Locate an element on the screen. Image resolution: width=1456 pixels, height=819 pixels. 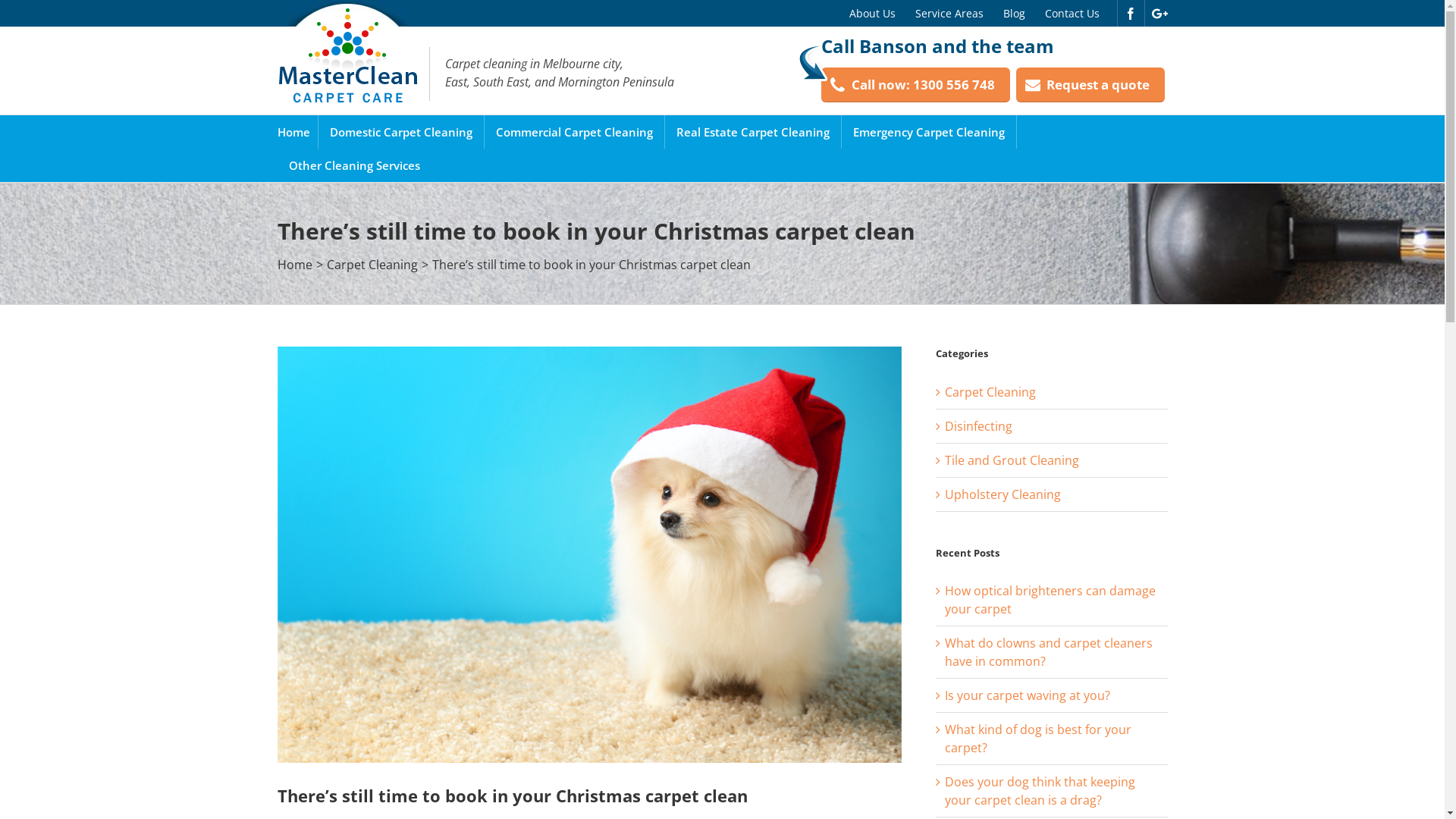
'Facebook' is located at coordinates (1129, 14).